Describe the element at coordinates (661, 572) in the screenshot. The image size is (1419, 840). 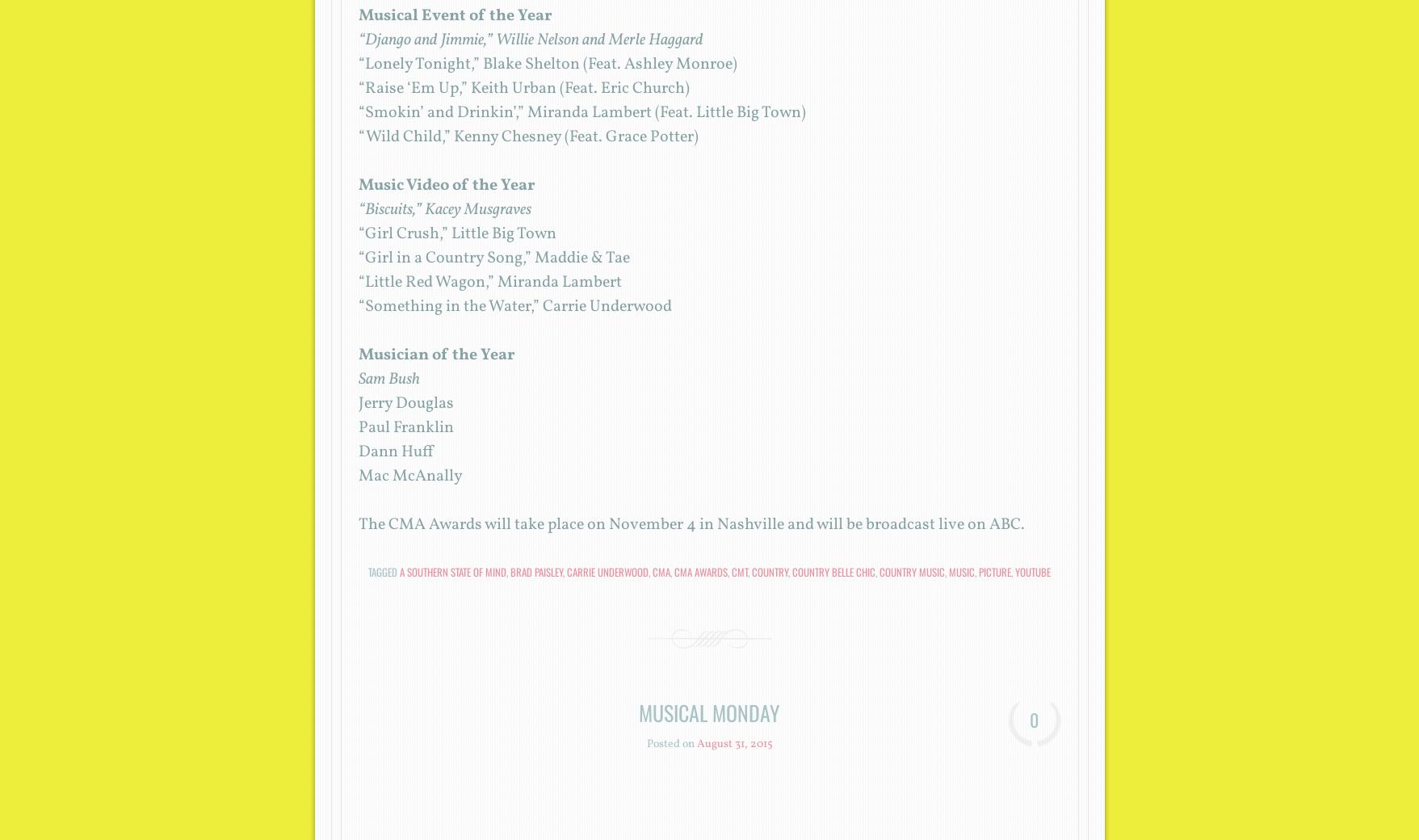
I see `'CMA'` at that location.